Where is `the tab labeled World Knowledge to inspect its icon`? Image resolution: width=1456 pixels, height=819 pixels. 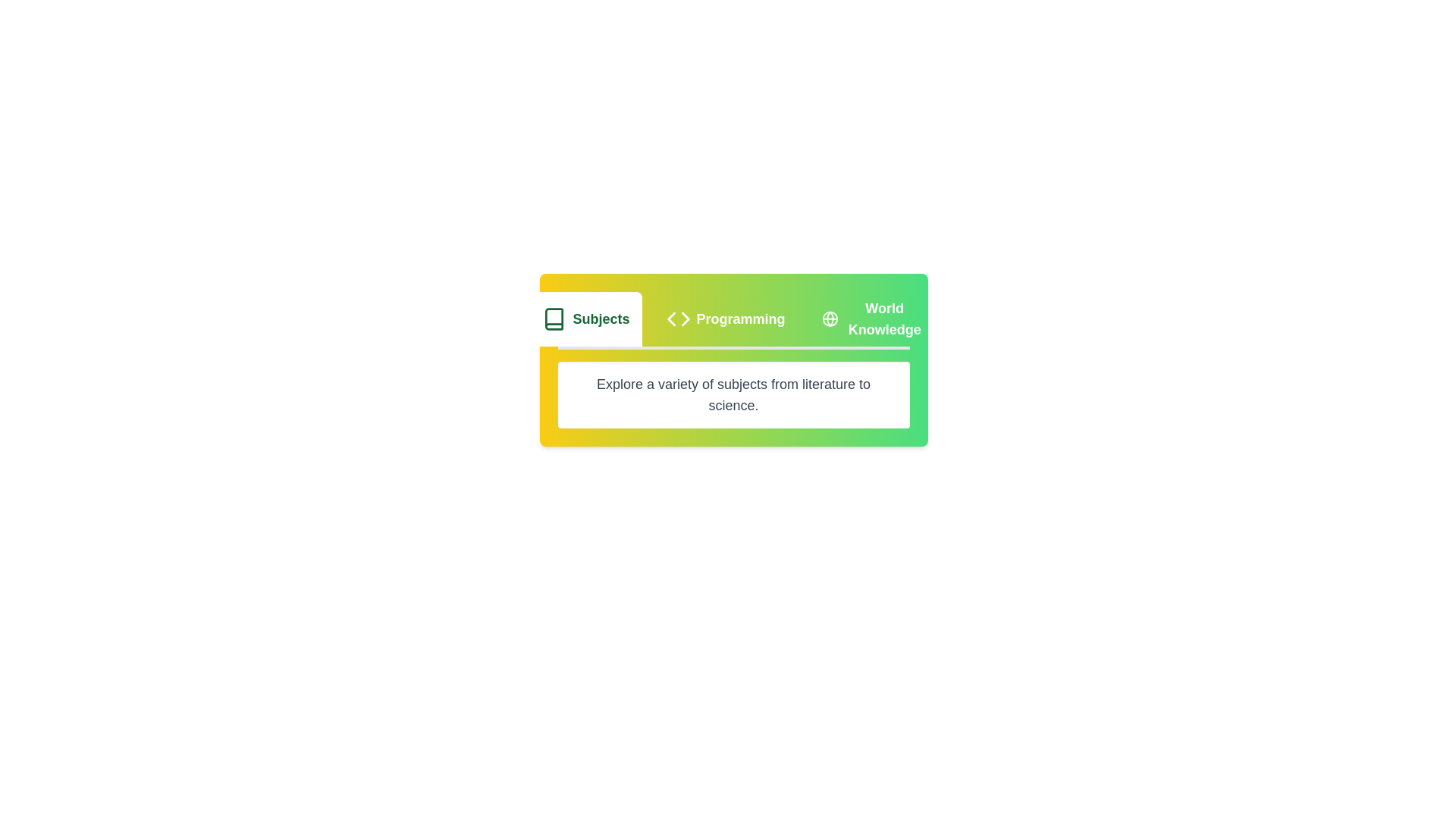
the tab labeled World Knowledge to inspect its icon is located at coordinates (873, 318).